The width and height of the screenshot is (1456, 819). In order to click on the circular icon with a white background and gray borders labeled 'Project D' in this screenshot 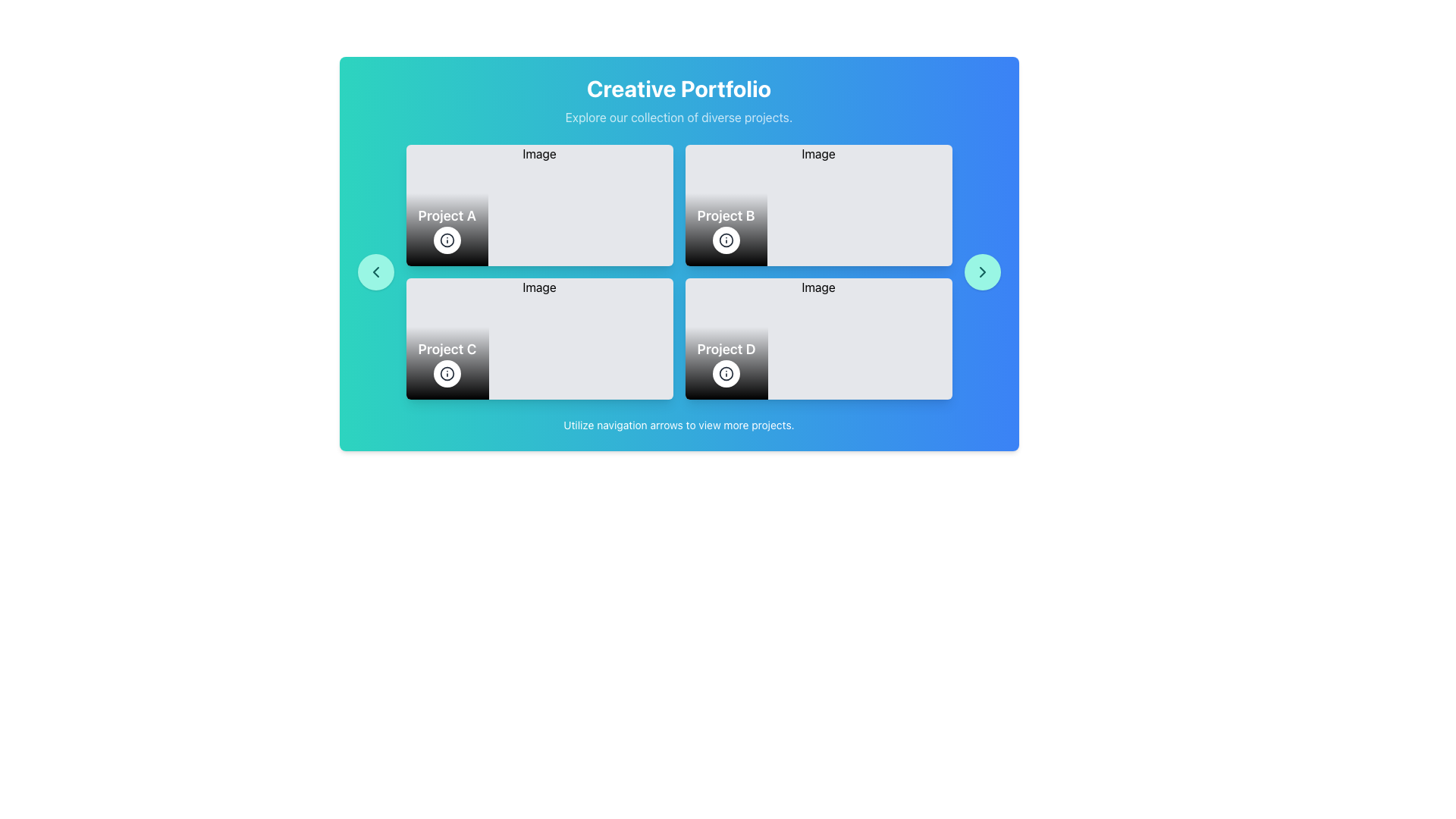, I will do `click(726, 374)`.